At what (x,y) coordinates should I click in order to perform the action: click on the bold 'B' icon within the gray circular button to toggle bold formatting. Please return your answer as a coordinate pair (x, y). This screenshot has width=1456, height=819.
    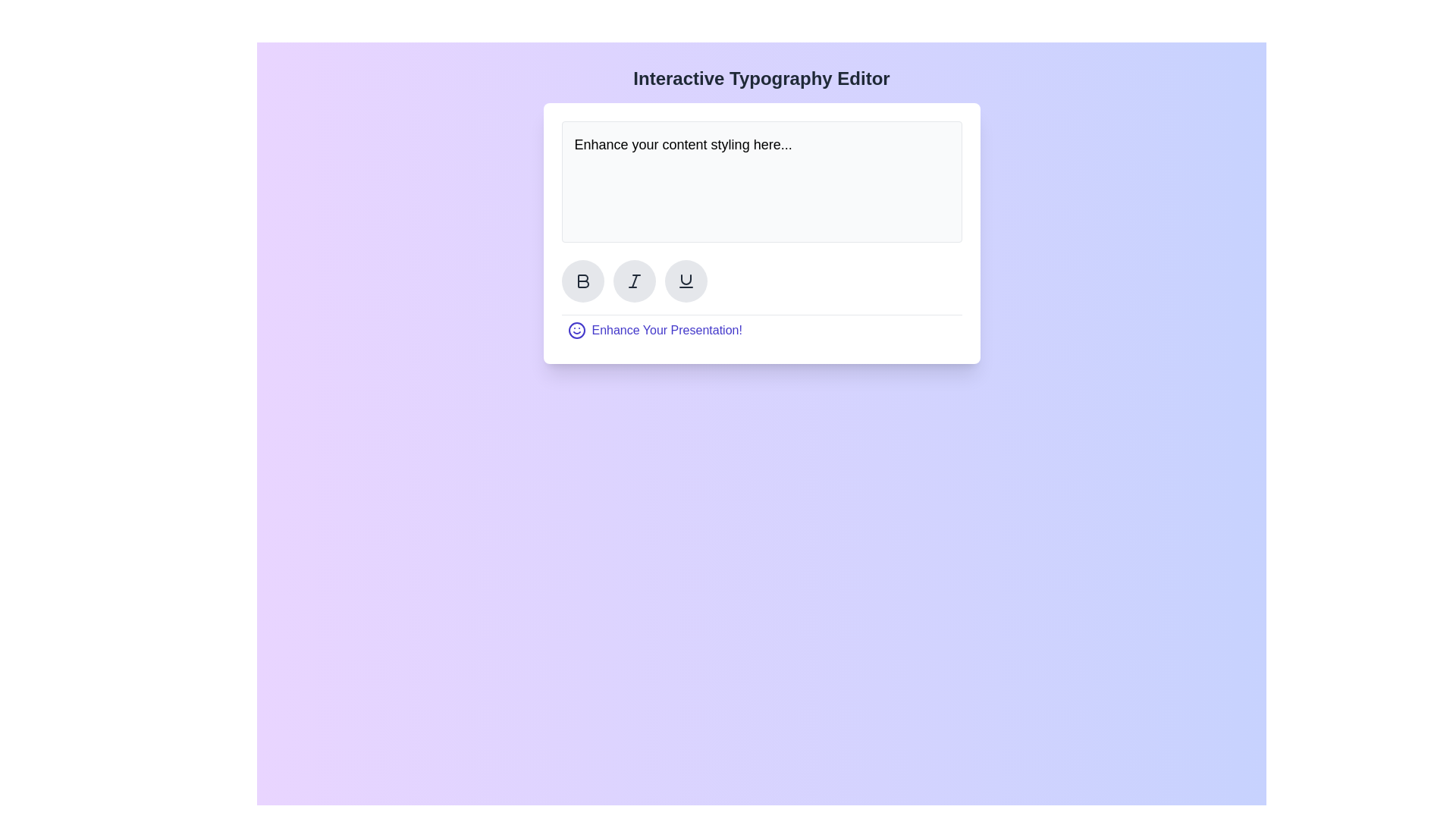
    Looking at the image, I should click on (582, 281).